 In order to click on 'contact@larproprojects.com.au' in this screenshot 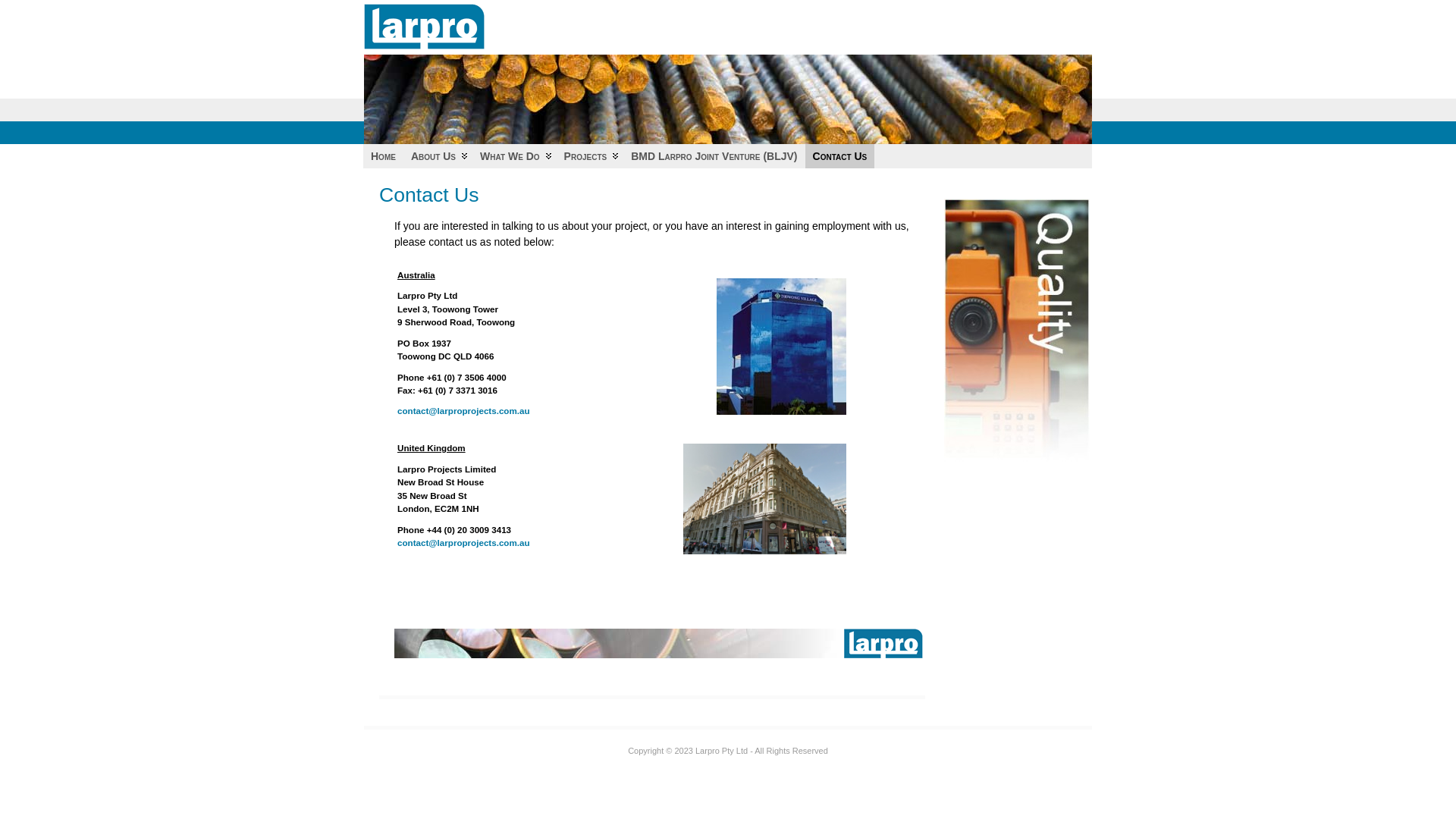, I will do `click(397, 410)`.